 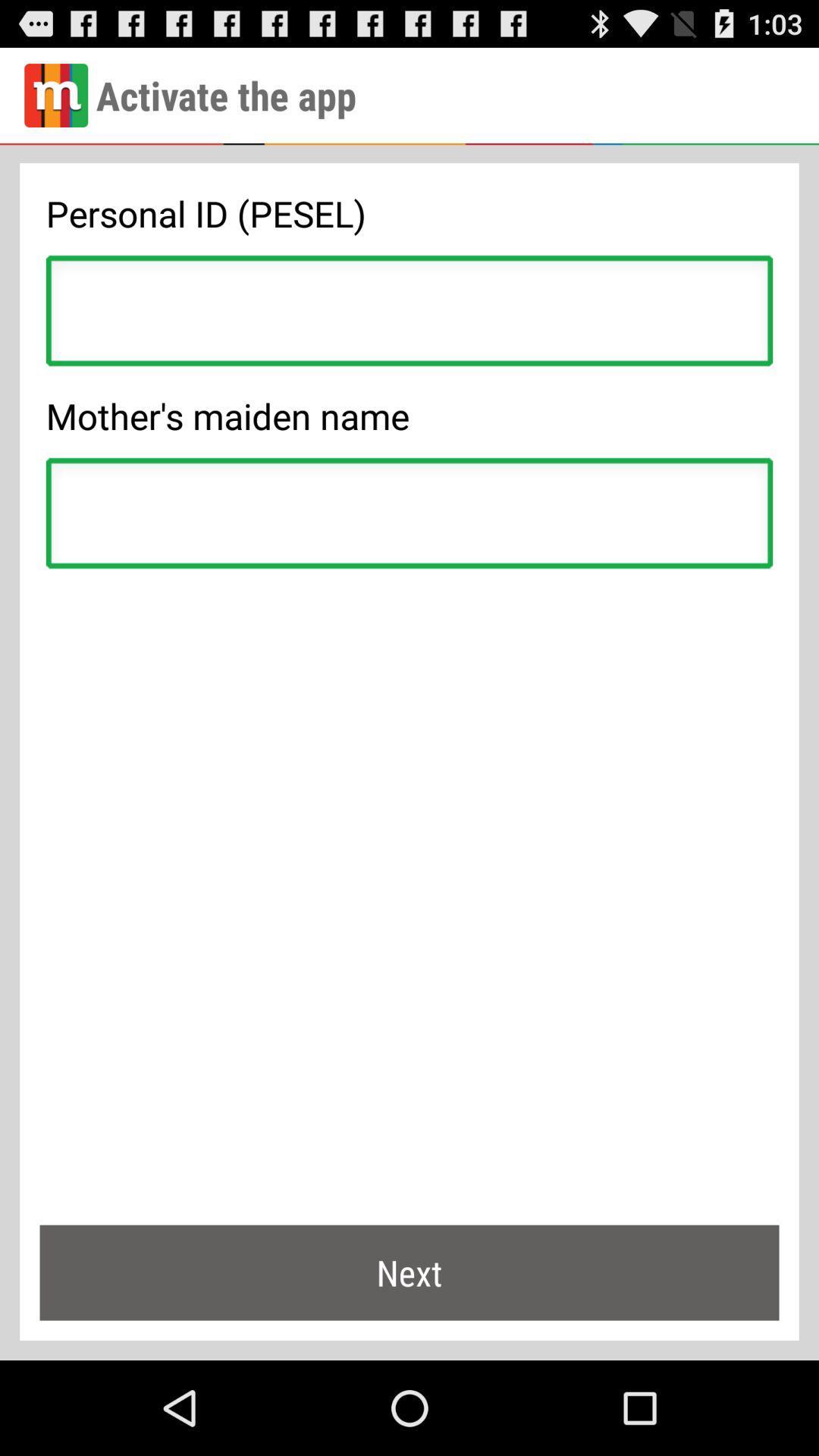 What do you see at coordinates (409, 1272) in the screenshot?
I see `next item` at bounding box center [409, 1272].